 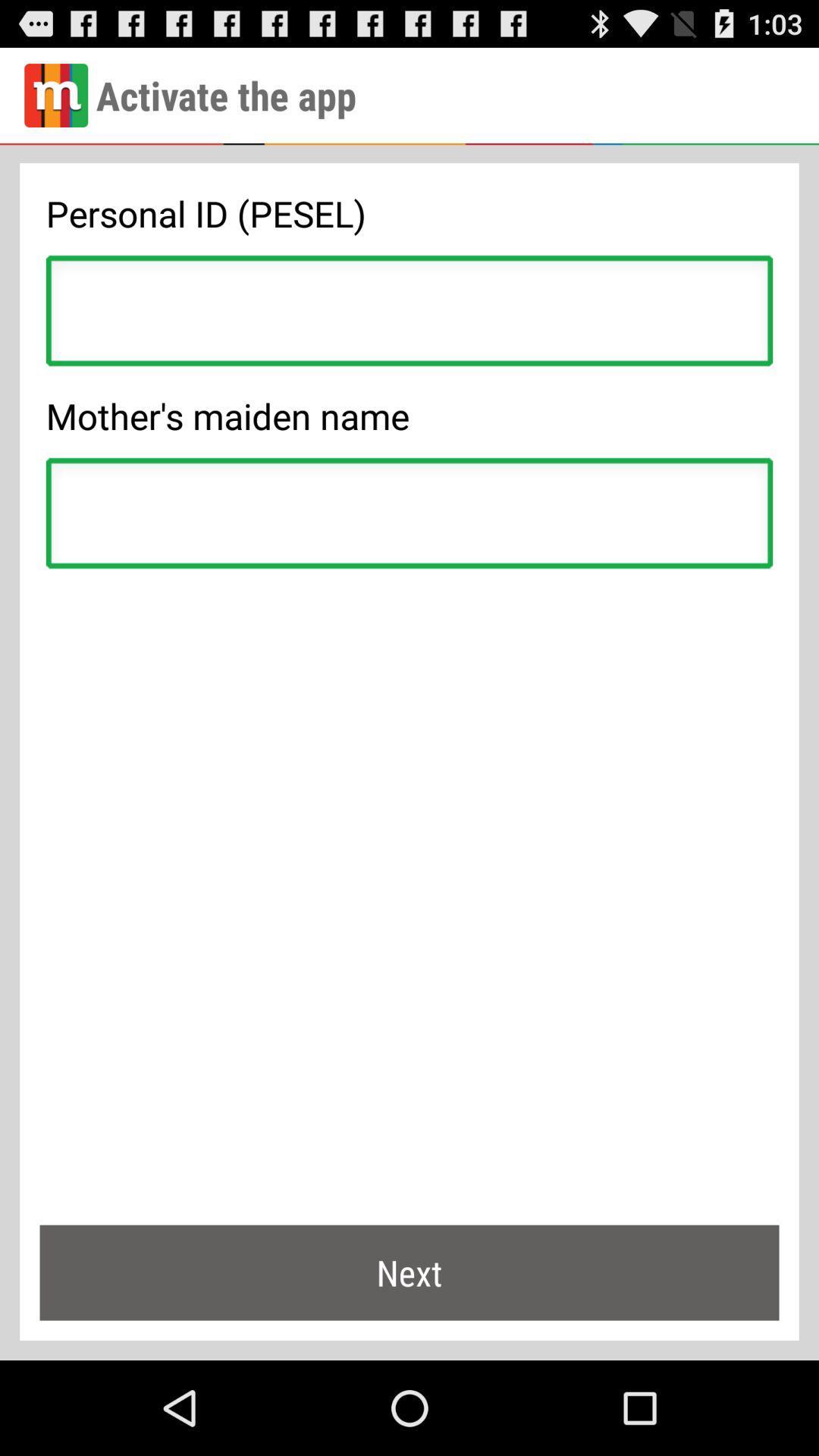 What do you see at coordinates (409, 1272) in the screenshot?
I see `next item` at bounding box center [409, 1272].